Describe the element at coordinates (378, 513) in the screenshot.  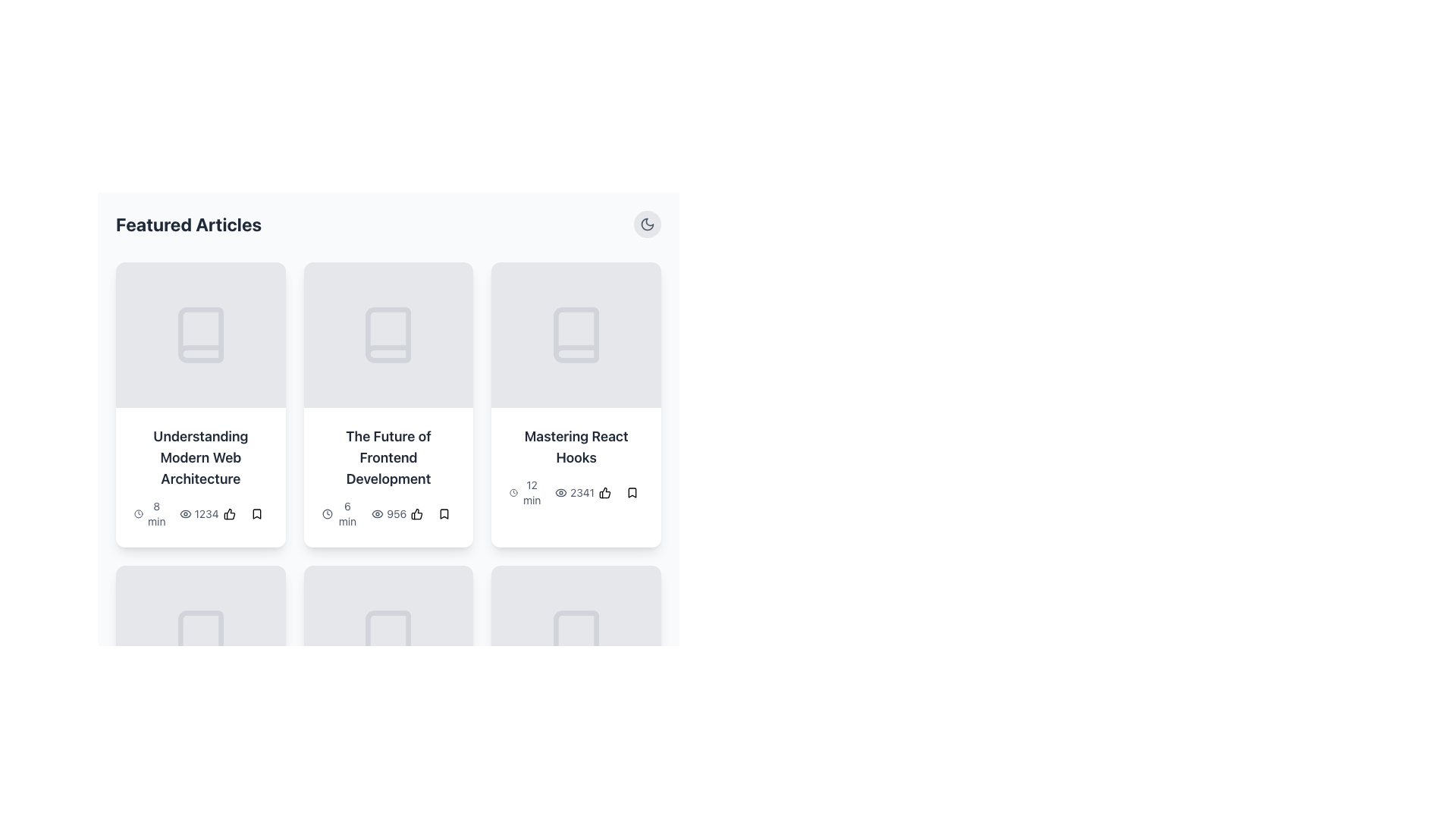
I see `the icon representing visibility or view count located under the title 'The Future of Frontend Development', to the left of the numeric display '956'` at that location.